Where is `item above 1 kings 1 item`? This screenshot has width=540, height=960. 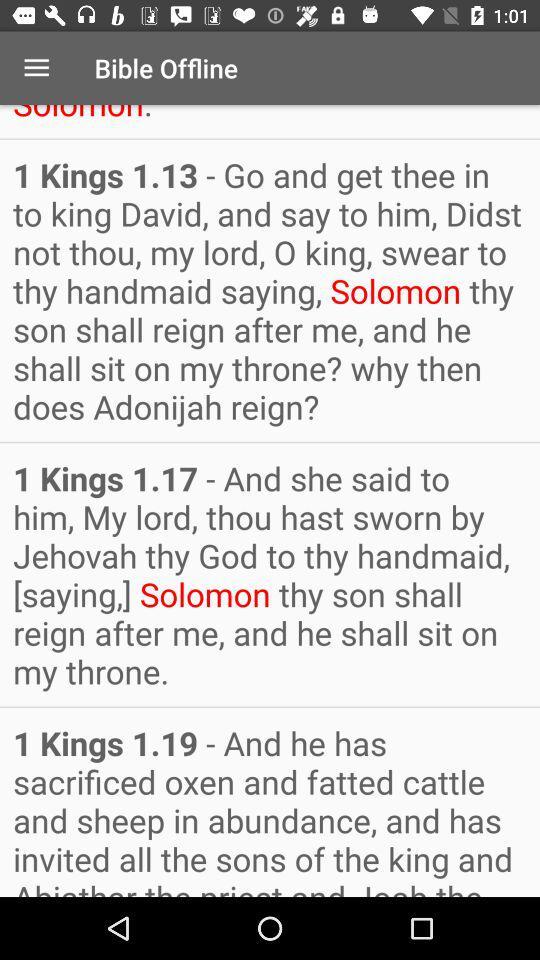
item above 1 kings 1 item is located at coordinates (36, 68).